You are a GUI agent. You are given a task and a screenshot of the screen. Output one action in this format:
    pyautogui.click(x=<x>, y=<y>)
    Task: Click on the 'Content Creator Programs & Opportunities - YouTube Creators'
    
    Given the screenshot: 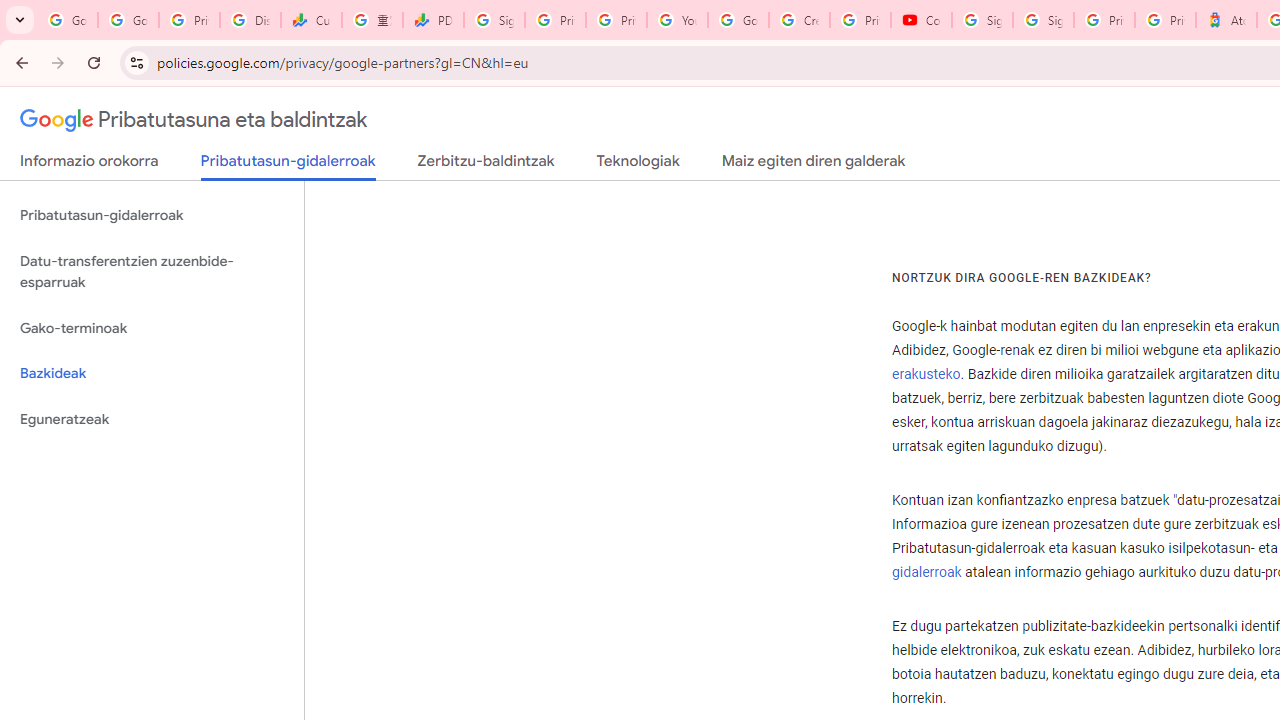 What is the action you would take?
    pyautogui.click(x=920, y=20)
    